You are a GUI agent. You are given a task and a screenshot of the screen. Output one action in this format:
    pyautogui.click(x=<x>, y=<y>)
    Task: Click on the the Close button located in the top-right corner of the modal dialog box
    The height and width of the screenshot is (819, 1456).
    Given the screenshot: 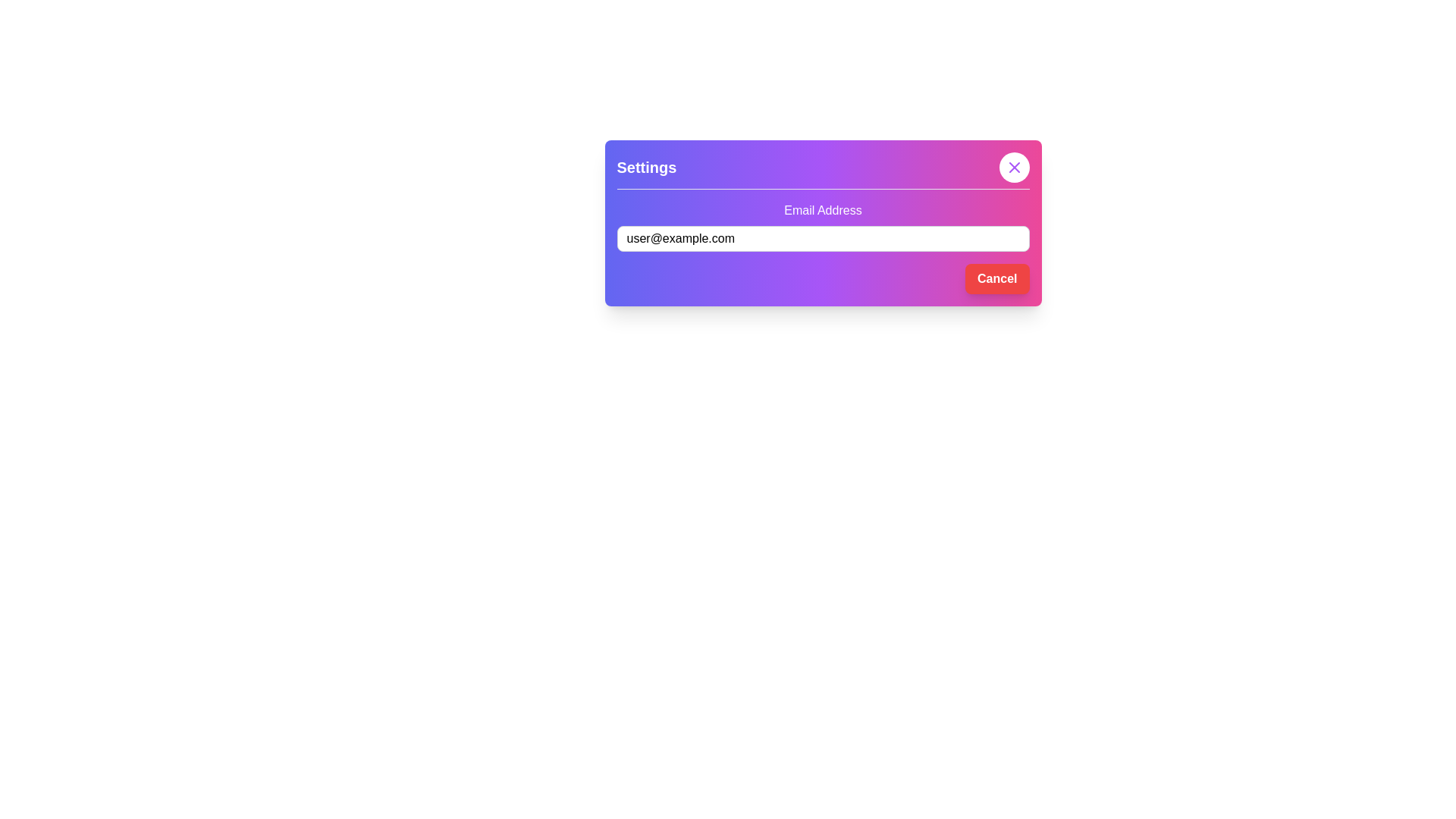 What is the action you would take?
    pyautogui.click(x=1014, y=167)
    